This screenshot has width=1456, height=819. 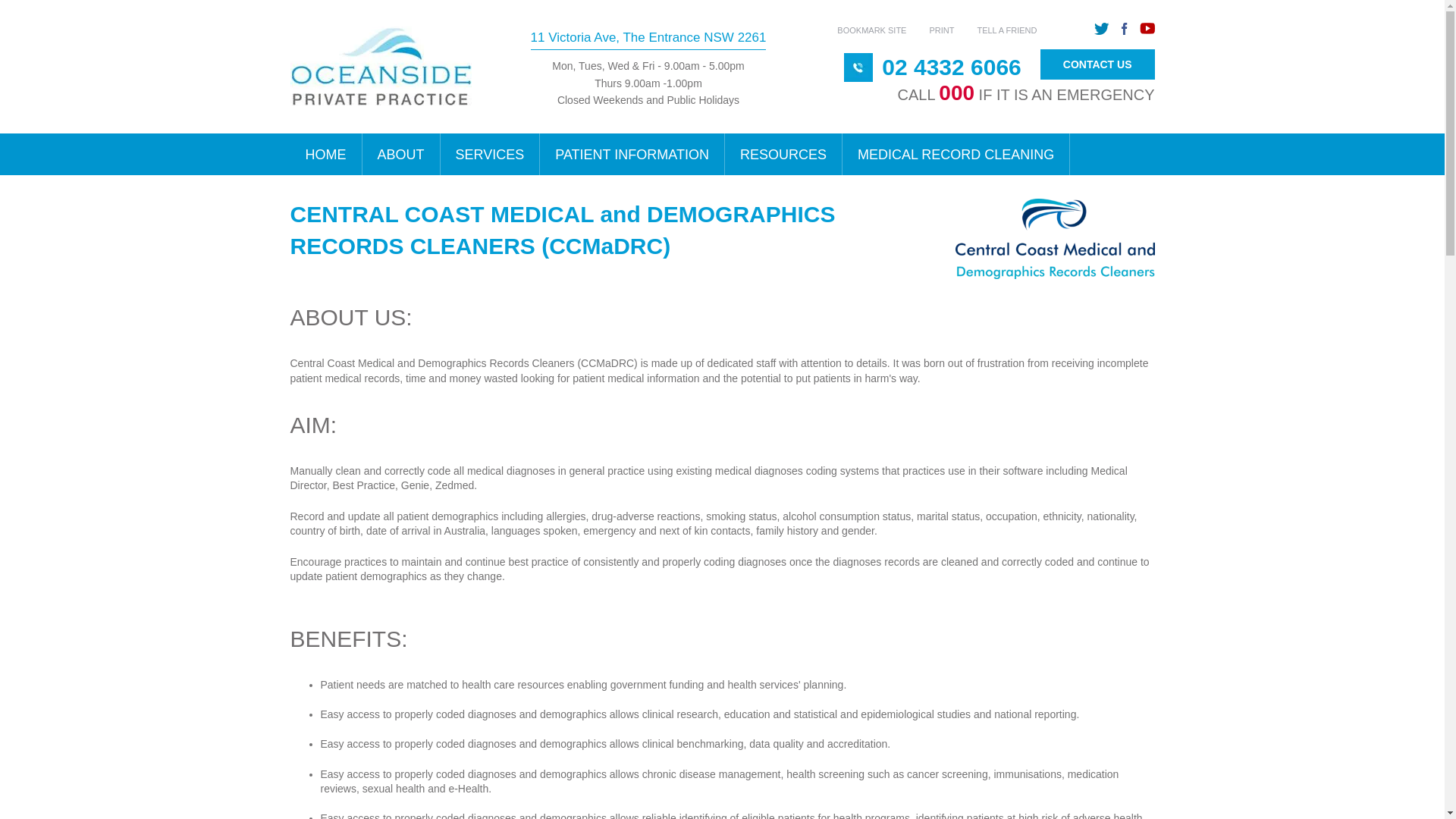 I want to click on 'facebook', so click(x=1124, y=29).